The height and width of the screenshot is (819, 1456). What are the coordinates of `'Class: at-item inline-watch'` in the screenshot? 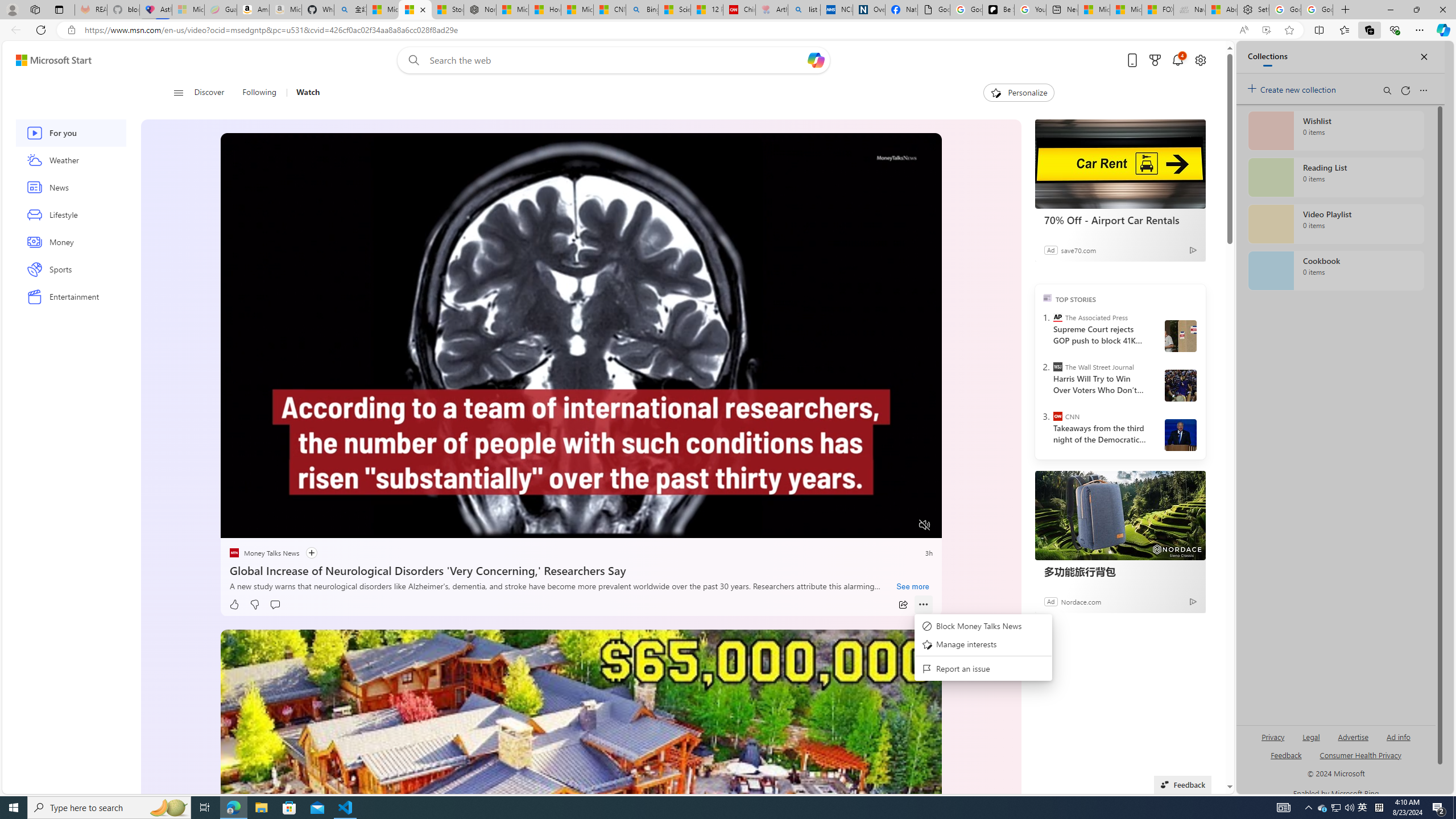 It's located at (923, 604).